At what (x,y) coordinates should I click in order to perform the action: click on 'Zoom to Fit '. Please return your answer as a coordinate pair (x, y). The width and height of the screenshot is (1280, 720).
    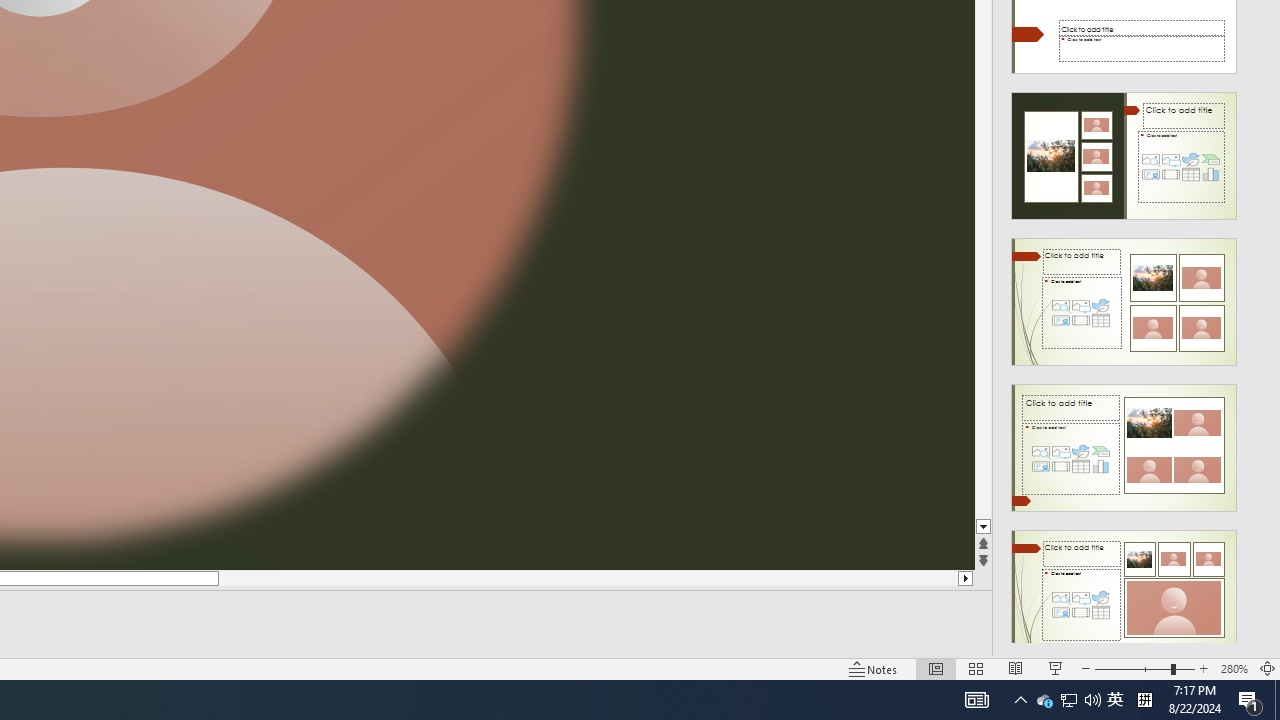
    Looking at the image, I should click on (1266, 669).